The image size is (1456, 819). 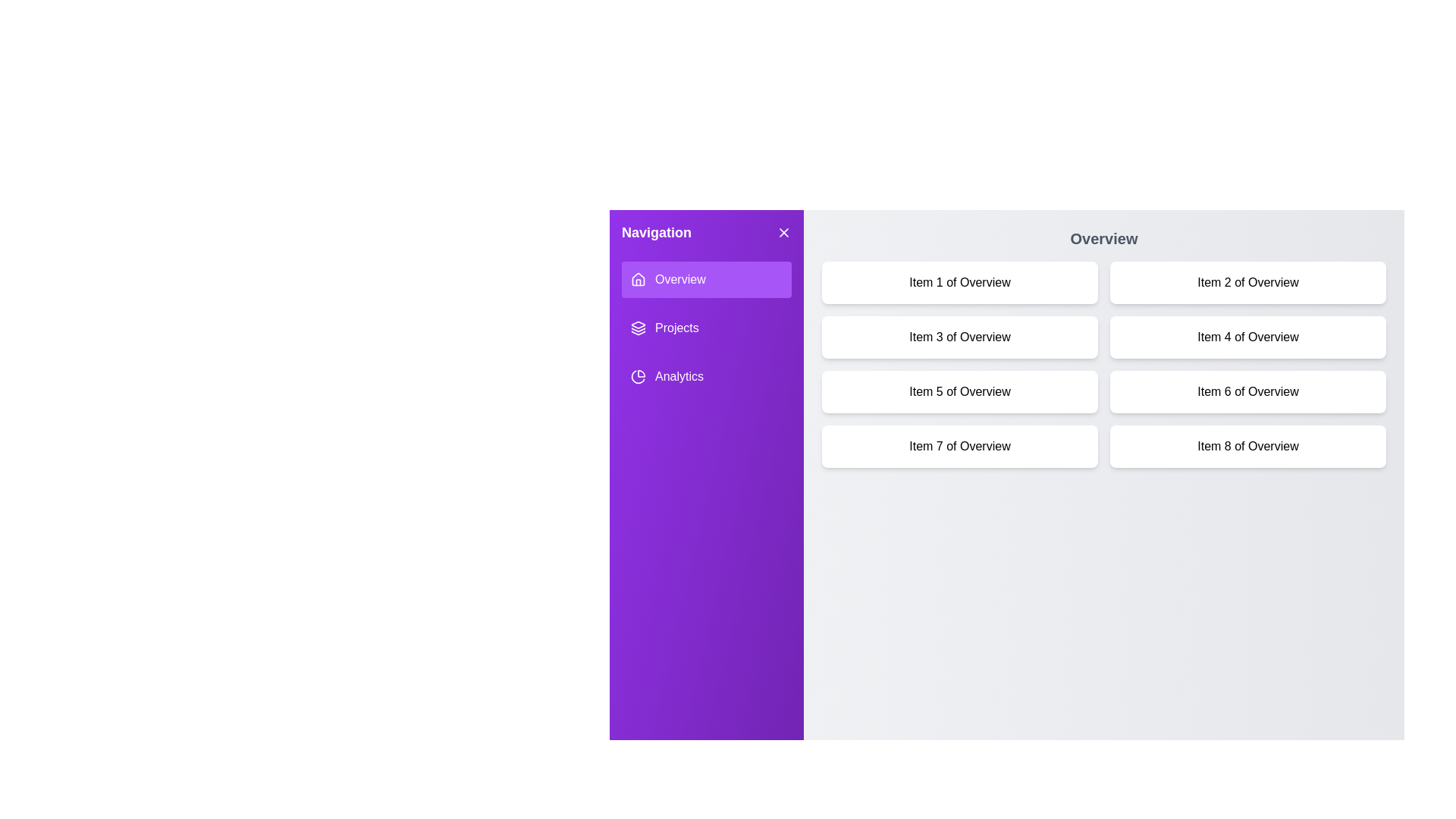 I want to click on the navigation tab Analytics, so click(x=705, y=376).